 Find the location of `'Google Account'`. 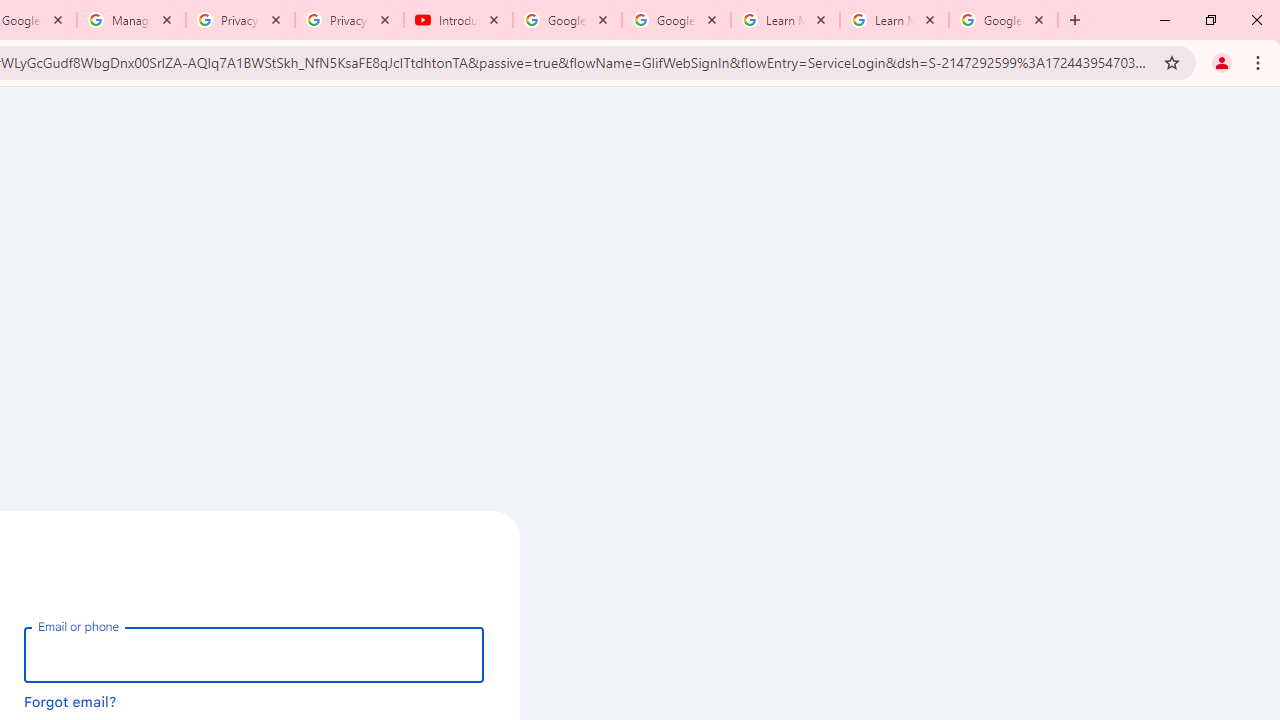

'Google Account' is located at coordinates (1003, 20).